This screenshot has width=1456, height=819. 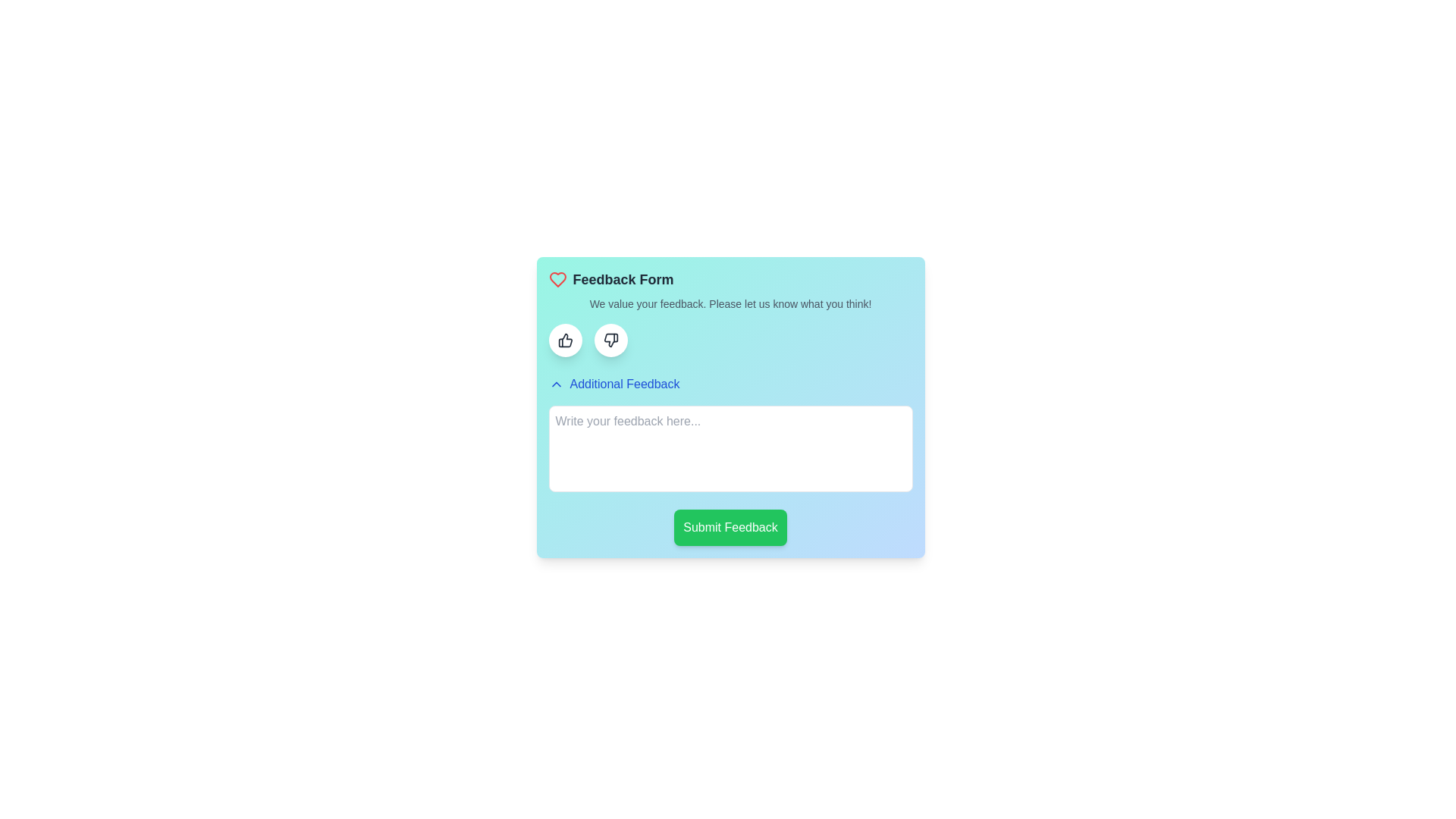 What do you see at coordinates (557, 280) in the screenshot?
I see `the 'like' icon located near the top-left part of the feedback form, adjacent to the text 'Feedback Form'` at bounding box center [557, 280].